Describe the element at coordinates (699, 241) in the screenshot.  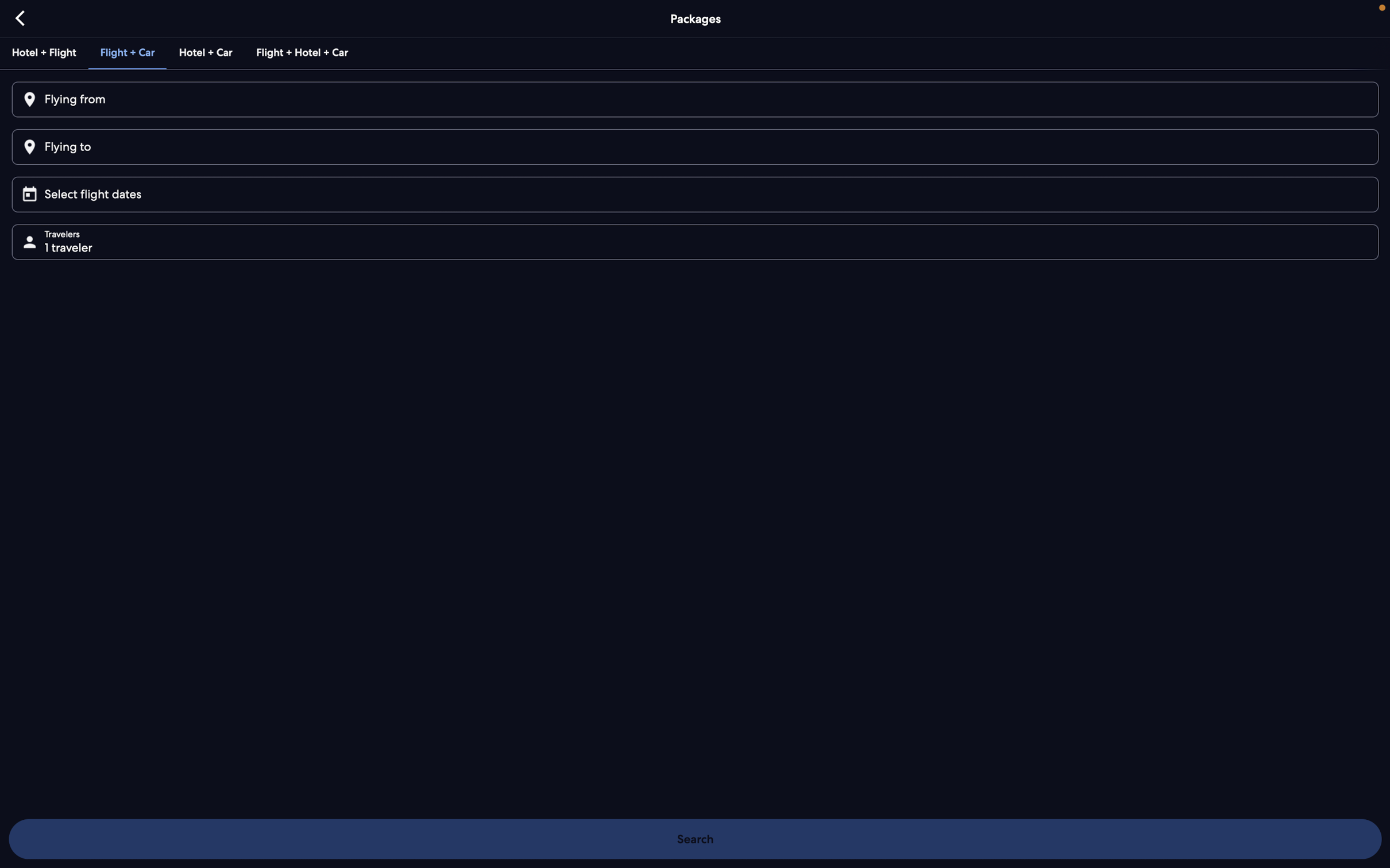
I see `Raise the number of tourists by a pair` at that location.